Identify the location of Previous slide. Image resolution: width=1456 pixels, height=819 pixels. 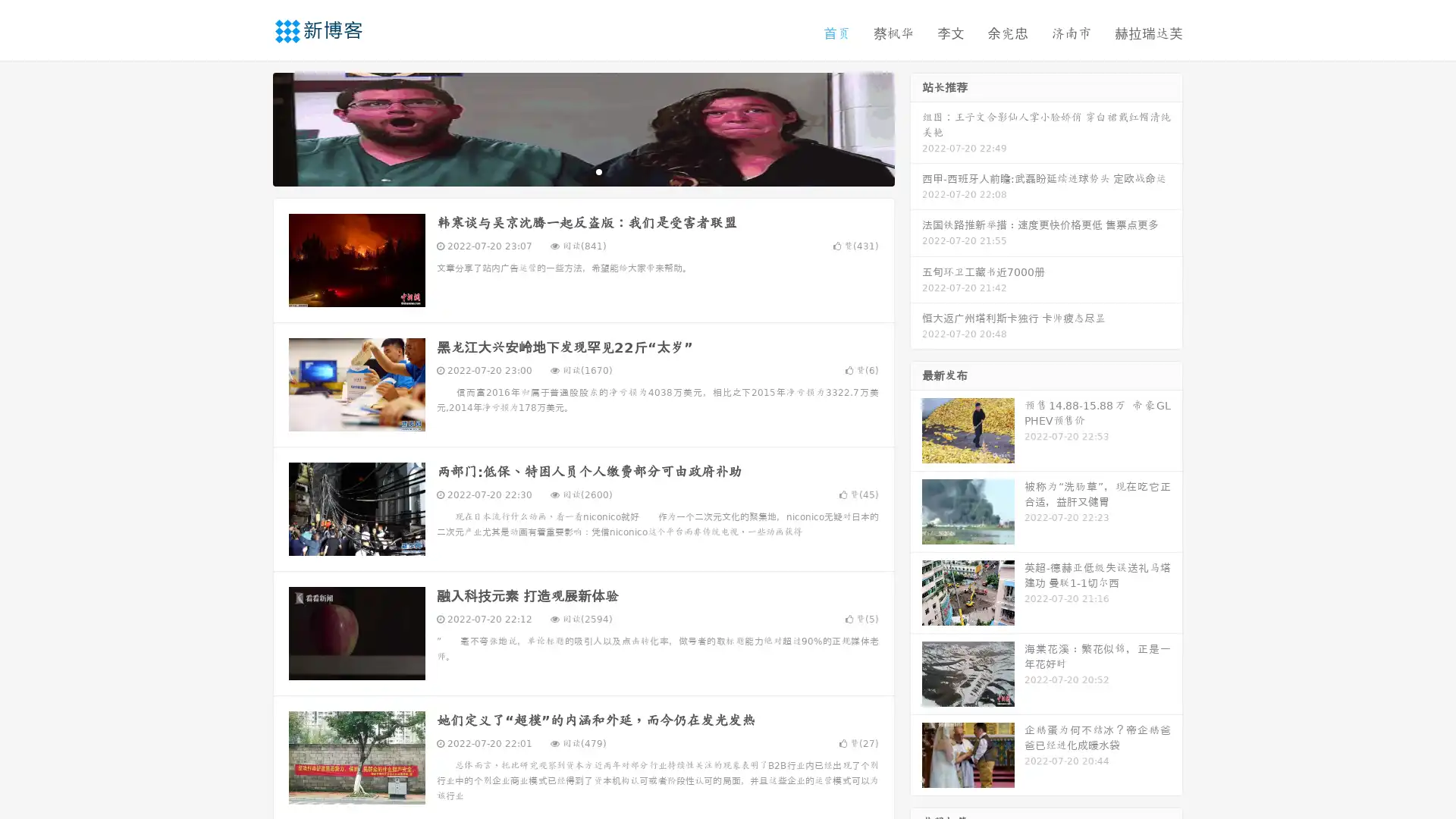
(250, 127).